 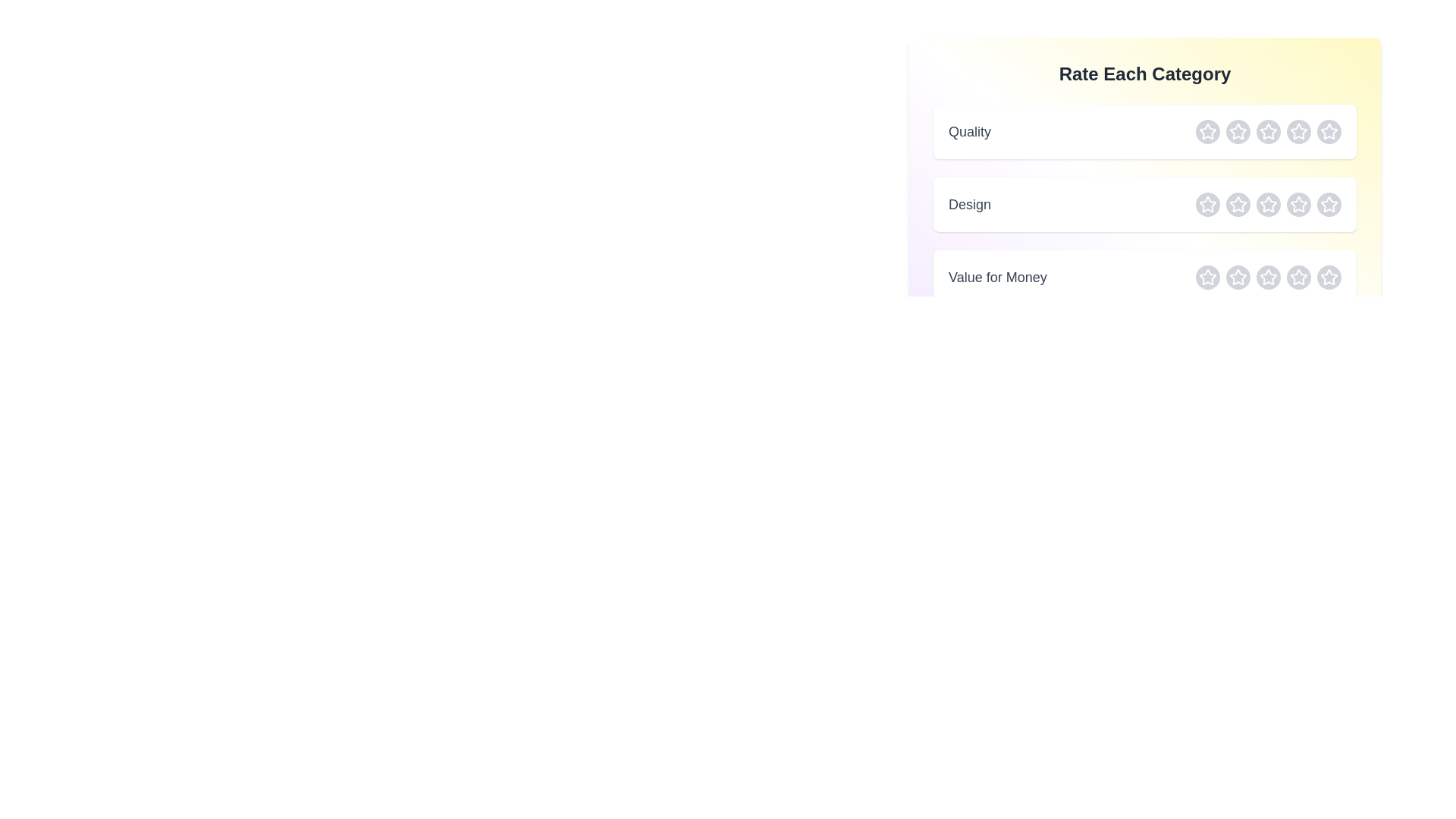 I want to click on the star corresponding to 2 stars in the selected category, so click(x=1238, y=130).